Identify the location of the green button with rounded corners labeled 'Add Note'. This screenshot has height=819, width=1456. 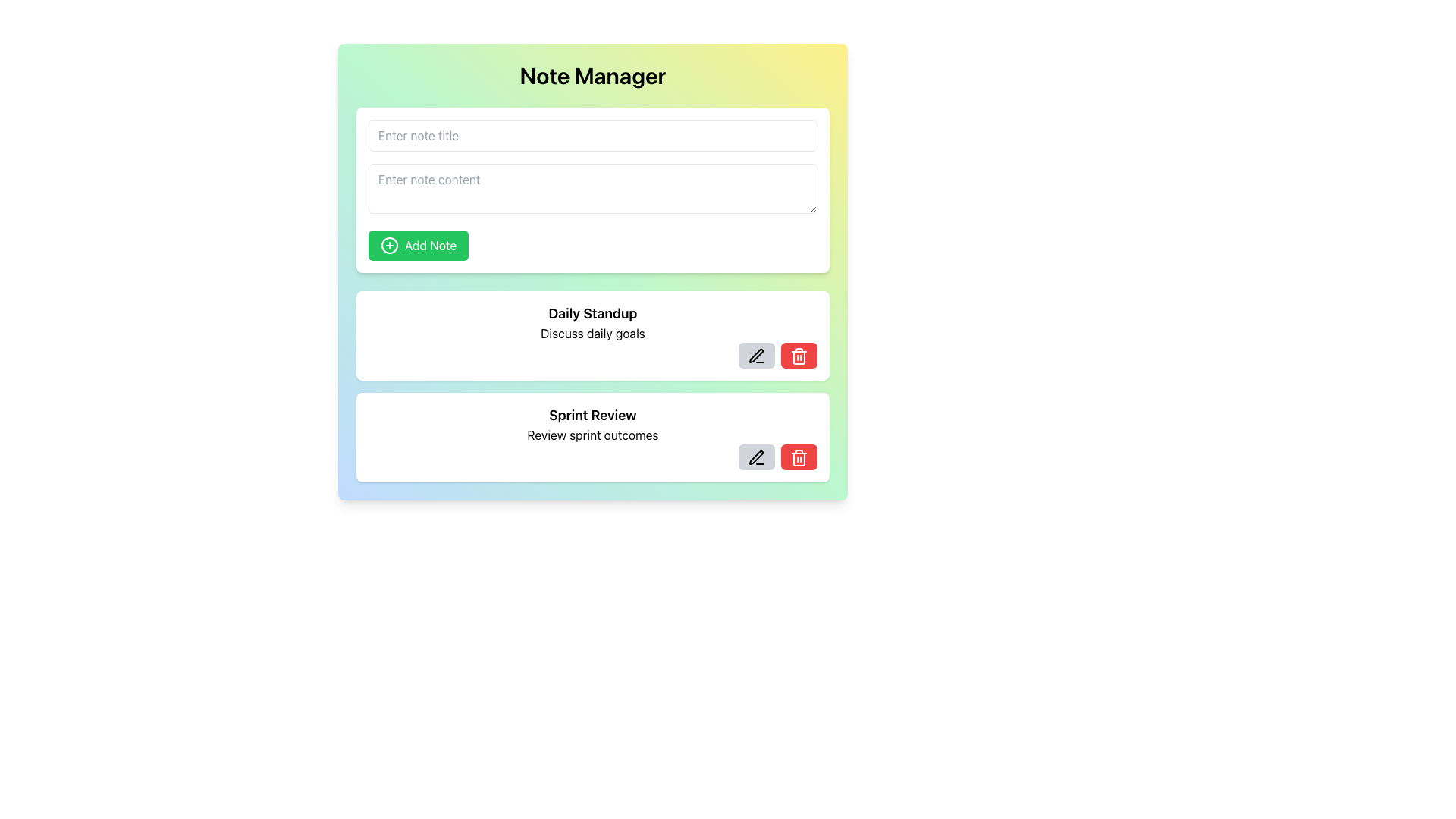
(419, 245).